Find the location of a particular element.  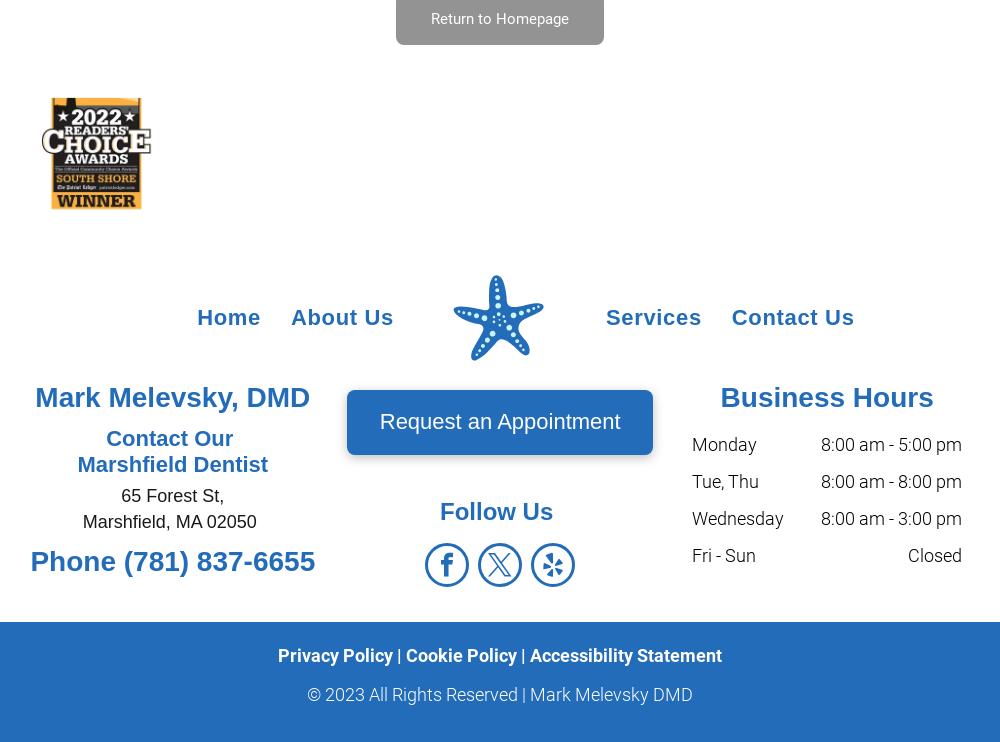

'About Us' is located at coordinates (341, 316).